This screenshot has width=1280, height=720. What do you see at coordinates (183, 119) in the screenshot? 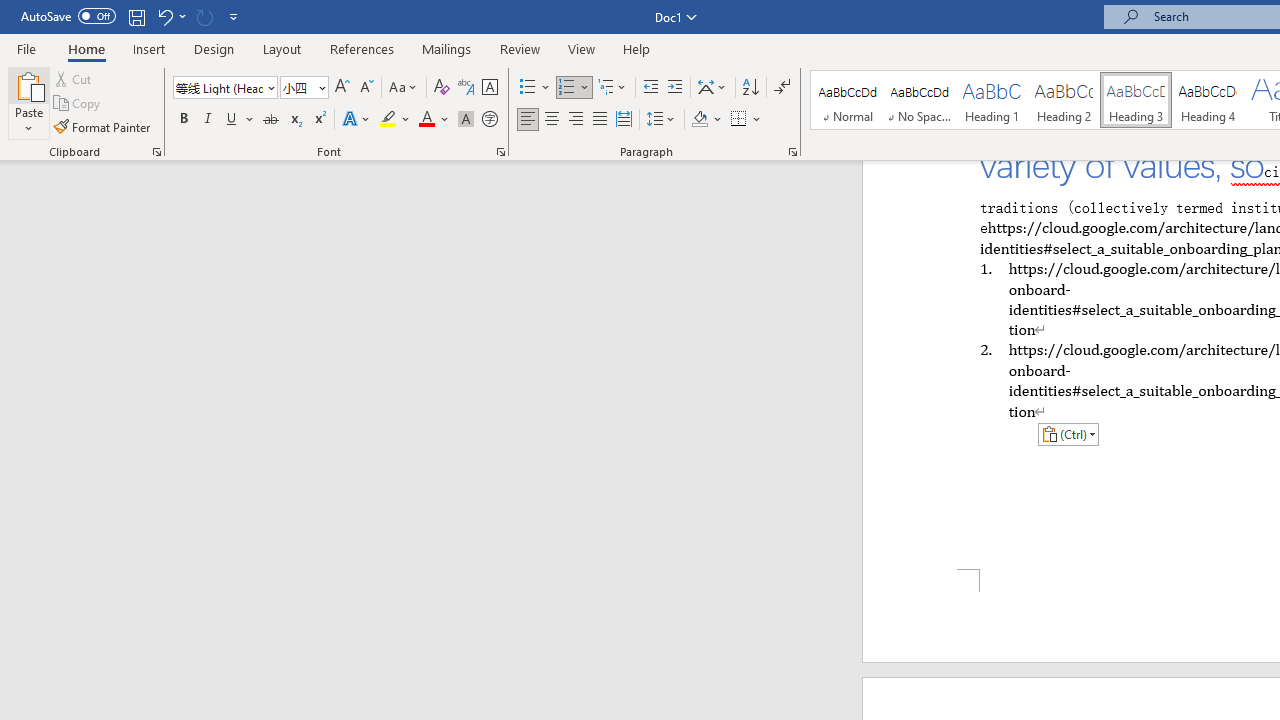
I see `'Bold'` at bounding box center [183, 119].